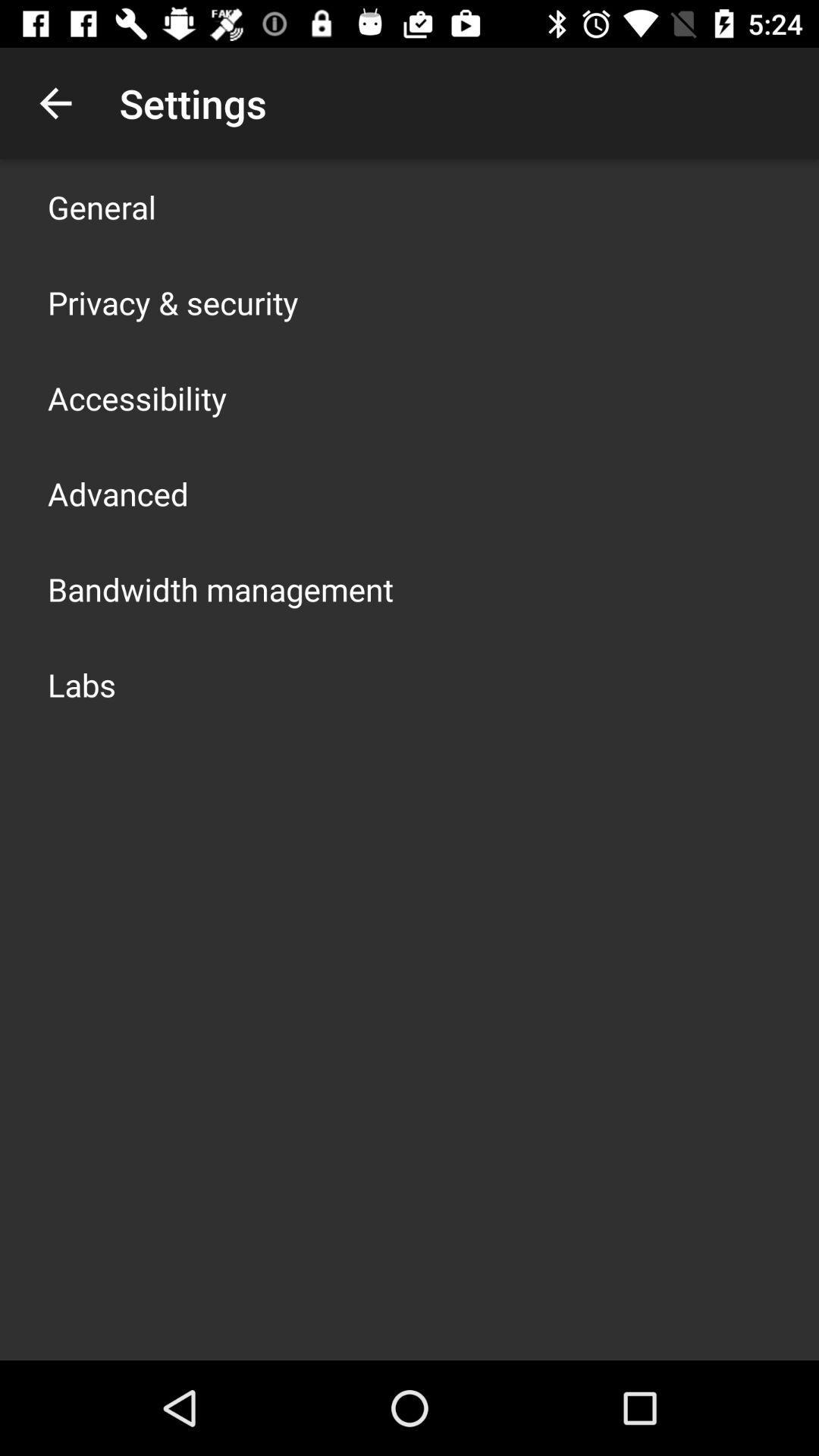  I want to click on icon next to settings icon, so click(55, 102).